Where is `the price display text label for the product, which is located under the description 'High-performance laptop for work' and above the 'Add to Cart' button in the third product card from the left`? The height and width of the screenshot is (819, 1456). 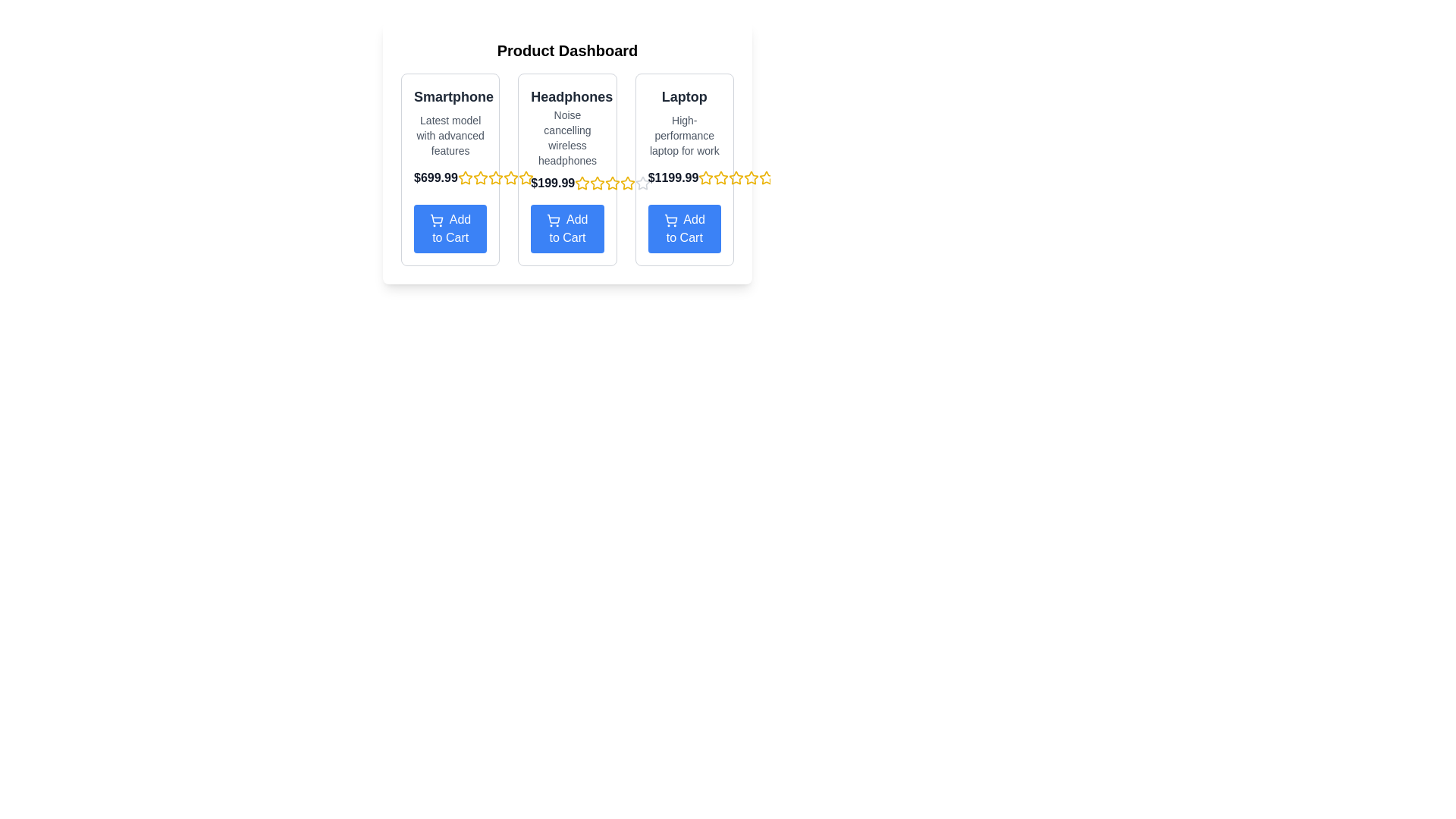
the price display text label for the product, which is located under the description 'High-performance laptop for work' and above the 'Add to Cart' button in the third product card from the left is located at coordinates (683, 177).